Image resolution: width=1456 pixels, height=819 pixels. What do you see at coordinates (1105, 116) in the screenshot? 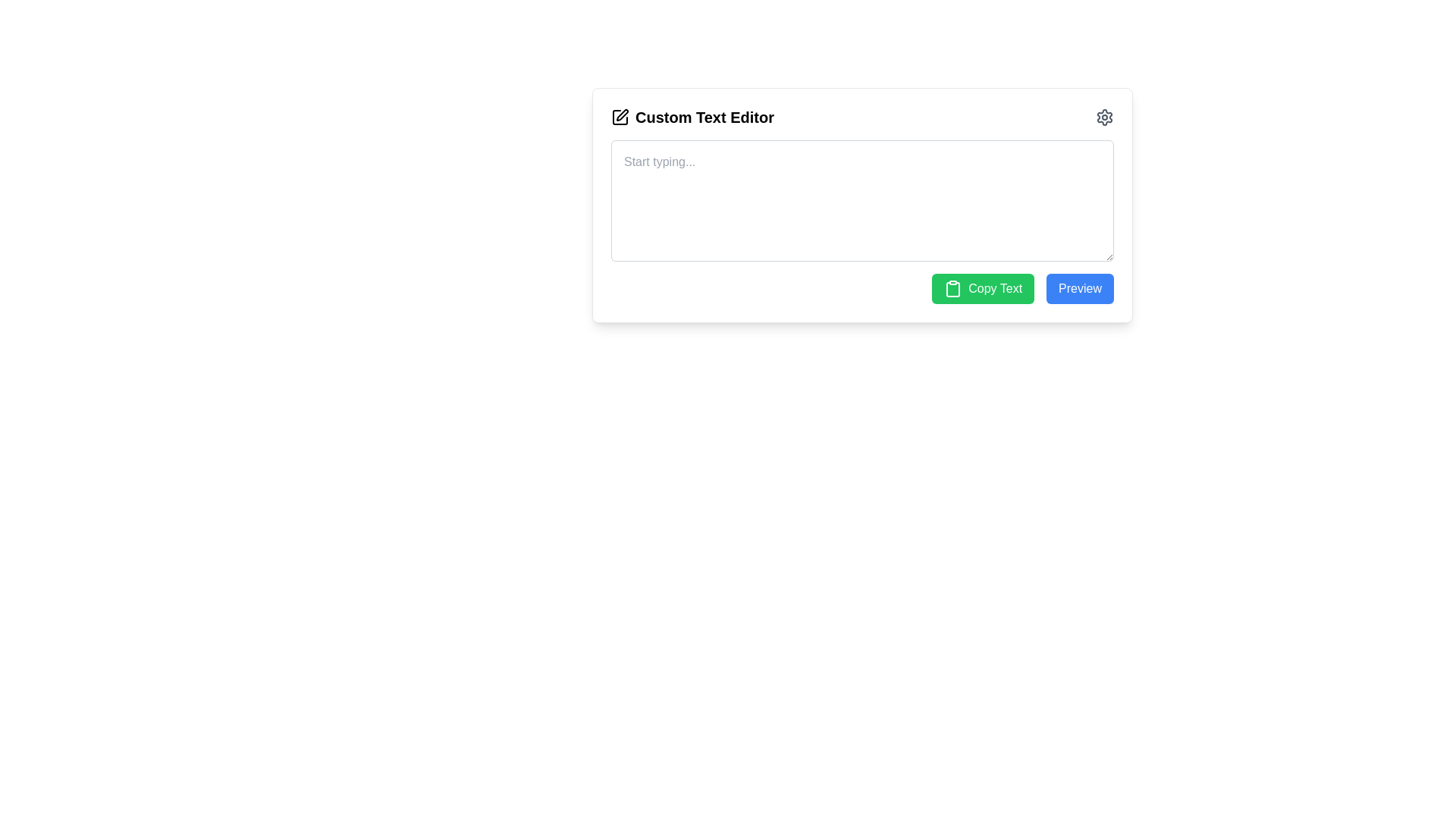
I see `the gear icon on the right end of the row` at bounding box center [1105, 116].